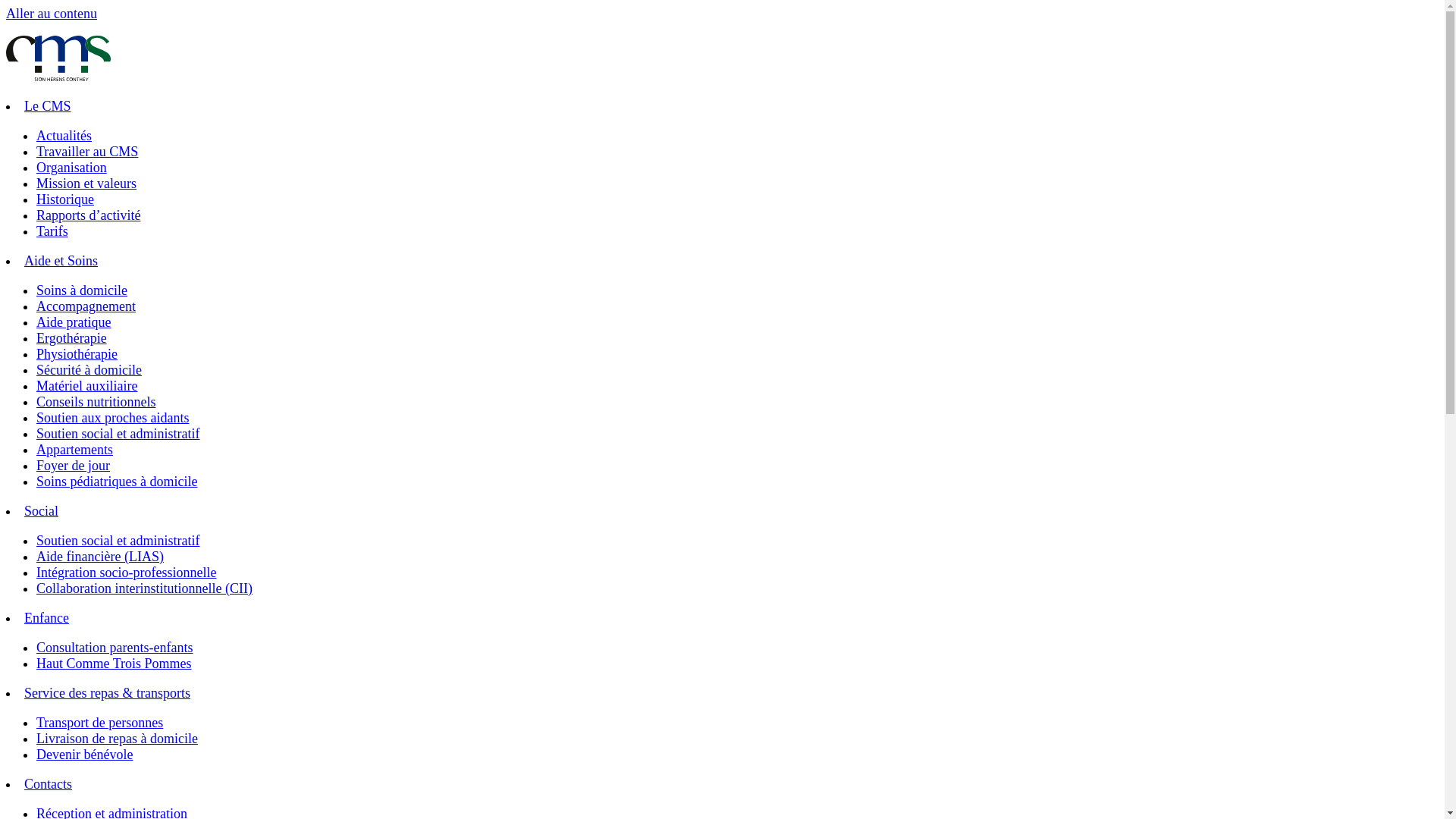 The width and height of the screenshot is (1456, 819). I want to click on 'Foyer de jour', so click(72, 464).